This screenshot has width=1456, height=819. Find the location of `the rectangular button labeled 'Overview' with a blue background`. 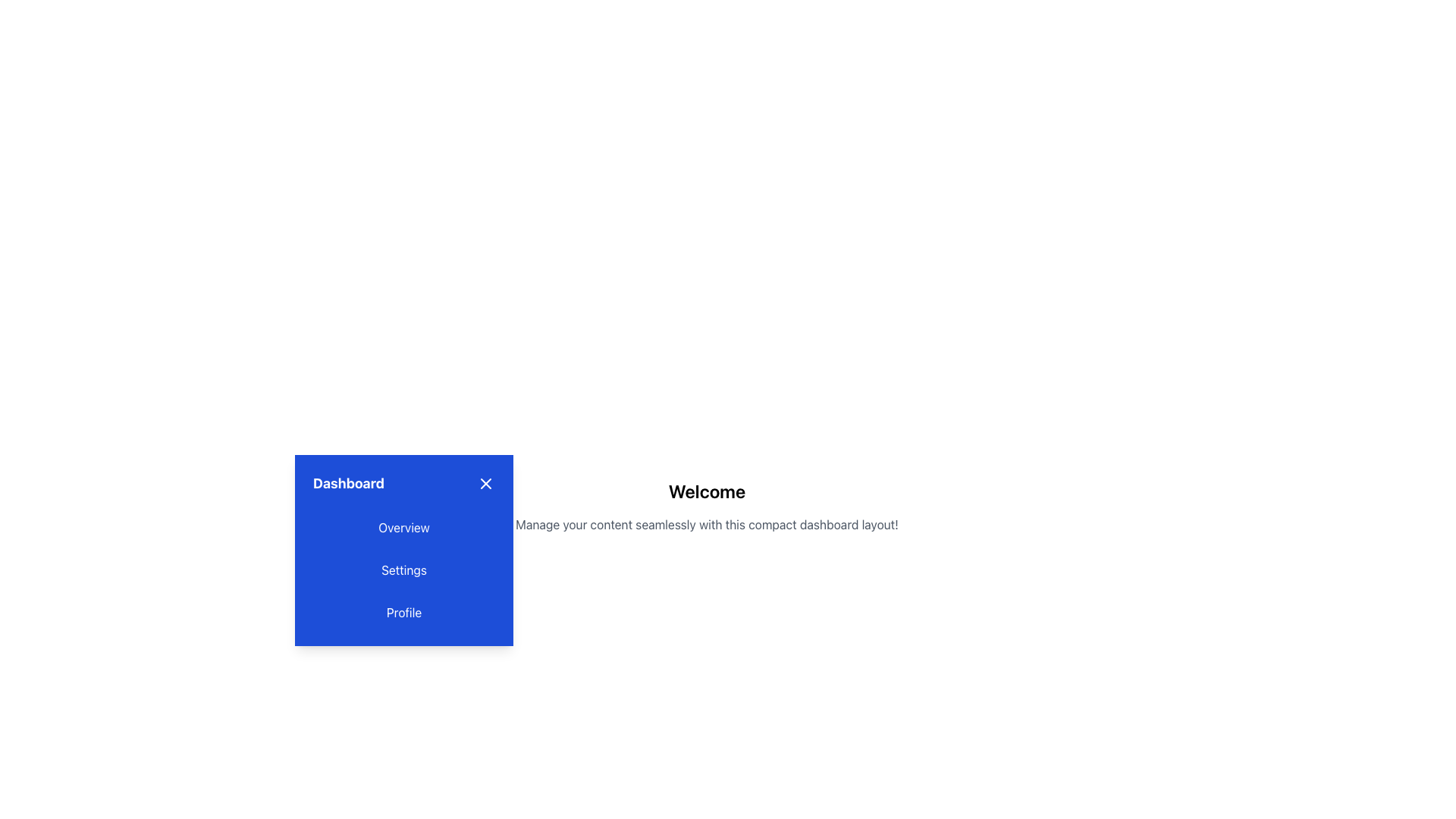

the rectangular button labeled 'Overview' with a blue background is located at coordinates (403, 526).